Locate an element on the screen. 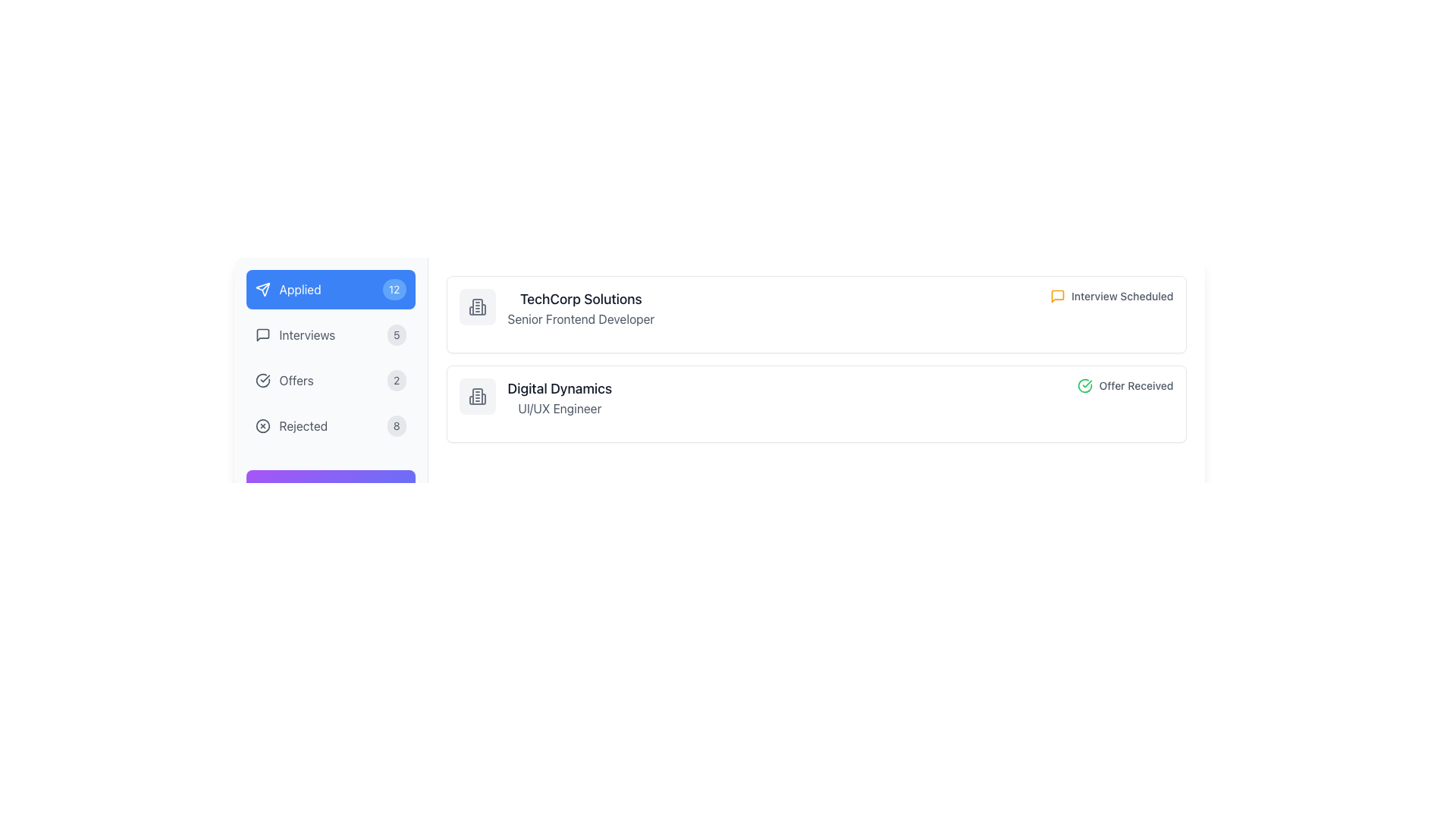 The width and height of the screenshot is (1456, 819). the 'TechCorp Solutions' job entry text block, which includes the company name and job title is located at coordinates (556, 308).